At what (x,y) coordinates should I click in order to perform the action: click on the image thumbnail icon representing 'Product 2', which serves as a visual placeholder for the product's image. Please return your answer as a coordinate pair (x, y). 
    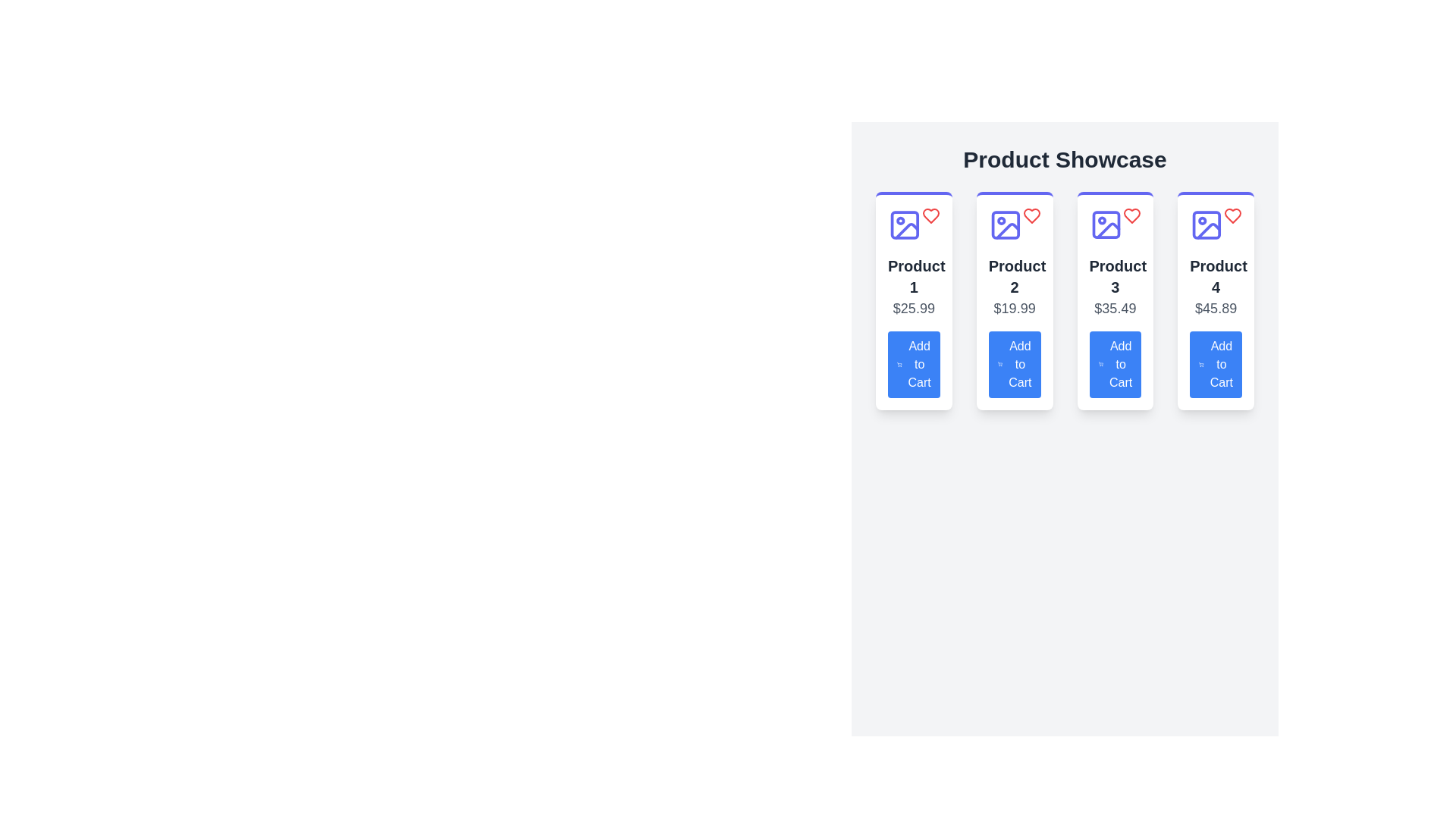
    Looking at the image, I should click on (1006, 225).